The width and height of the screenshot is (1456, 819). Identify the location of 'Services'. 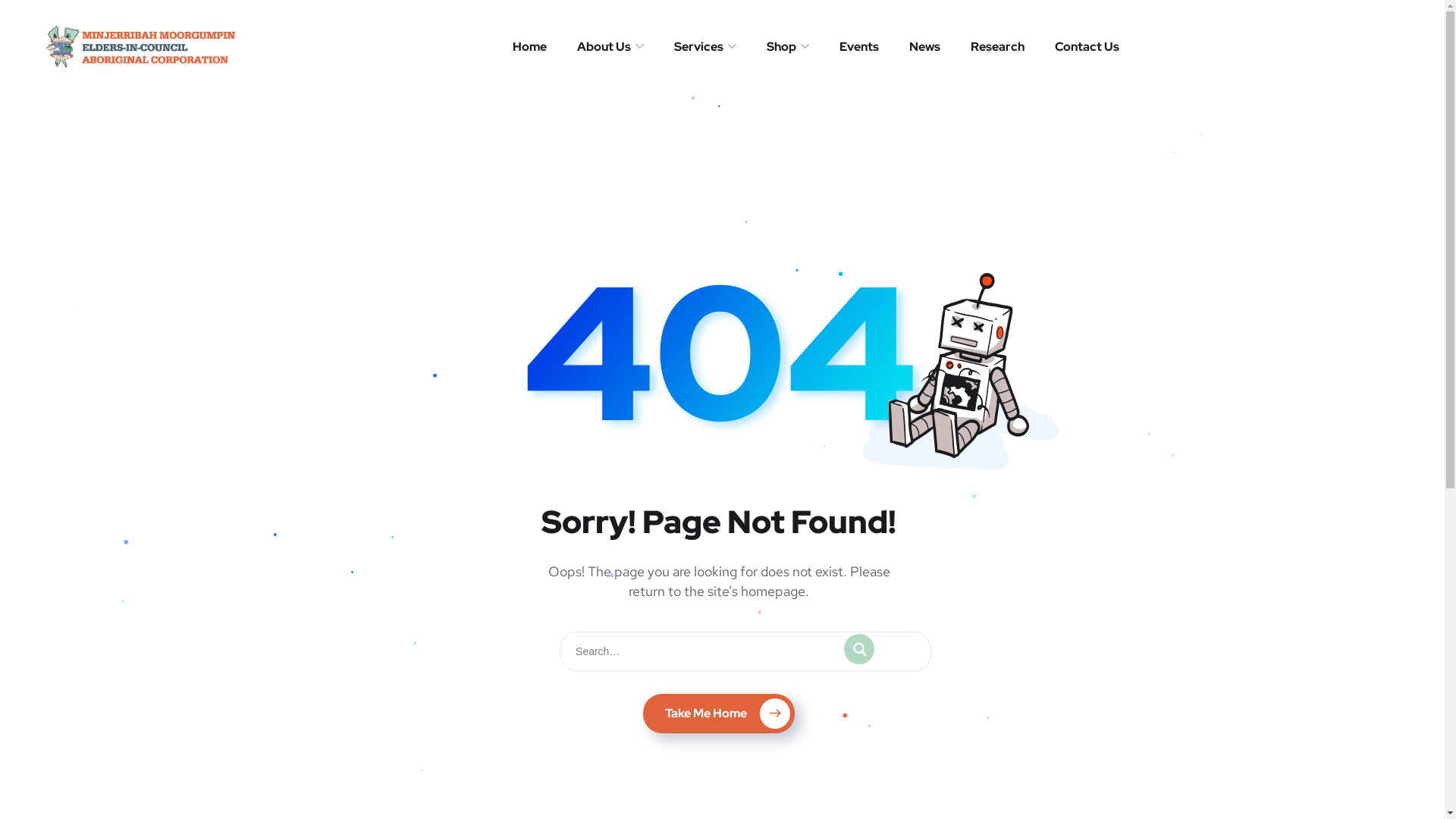
(673, 45).